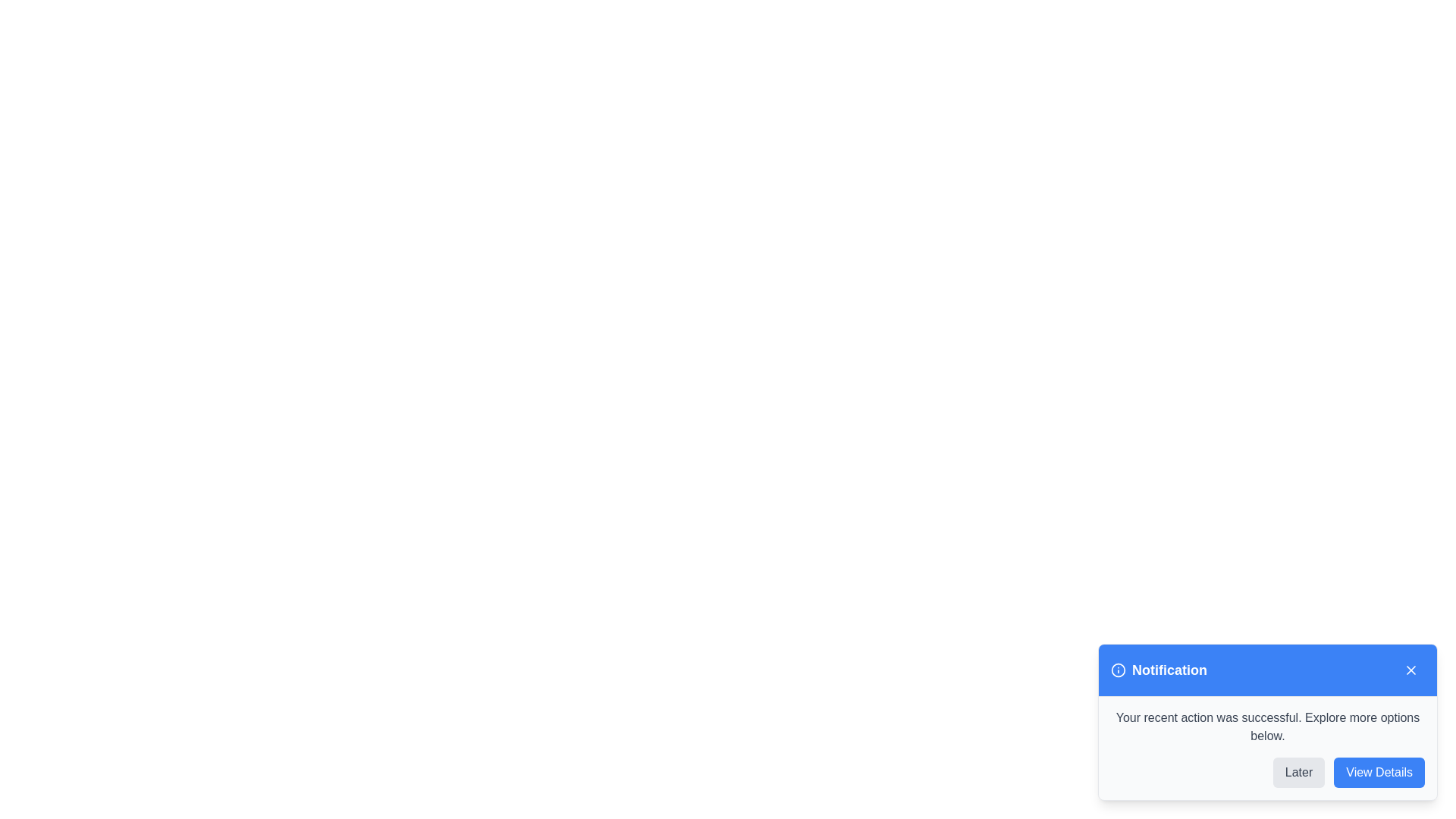 The image size is (1456, 819). Describe the element at coordinates (947, 646) in the screenshot. I see `the 'View Details' button on the Notification card located at the bottom-right side of the interface` at that location.